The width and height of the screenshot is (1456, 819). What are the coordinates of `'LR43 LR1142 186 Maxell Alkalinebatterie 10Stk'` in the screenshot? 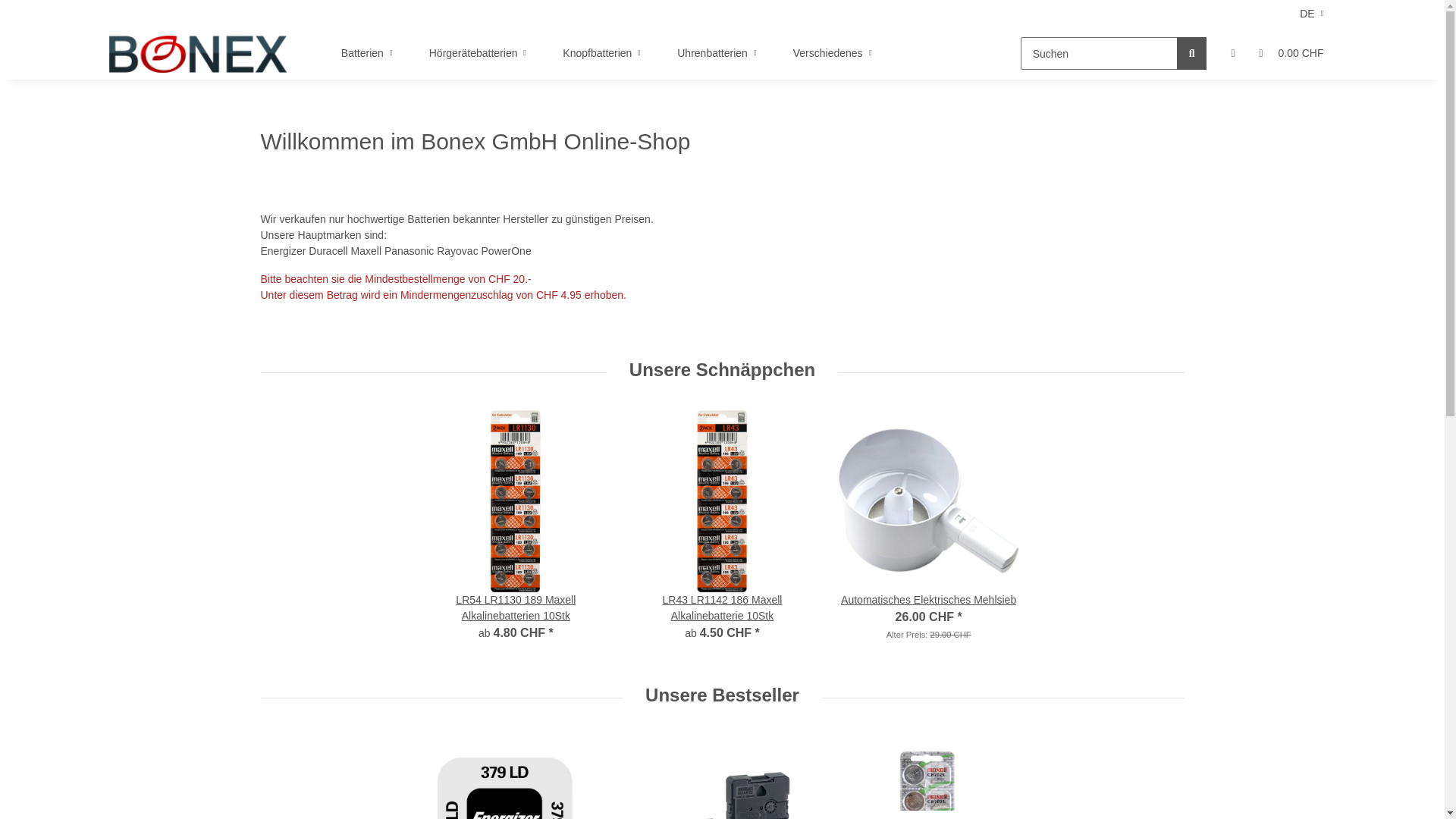 It's located at (720, 607).